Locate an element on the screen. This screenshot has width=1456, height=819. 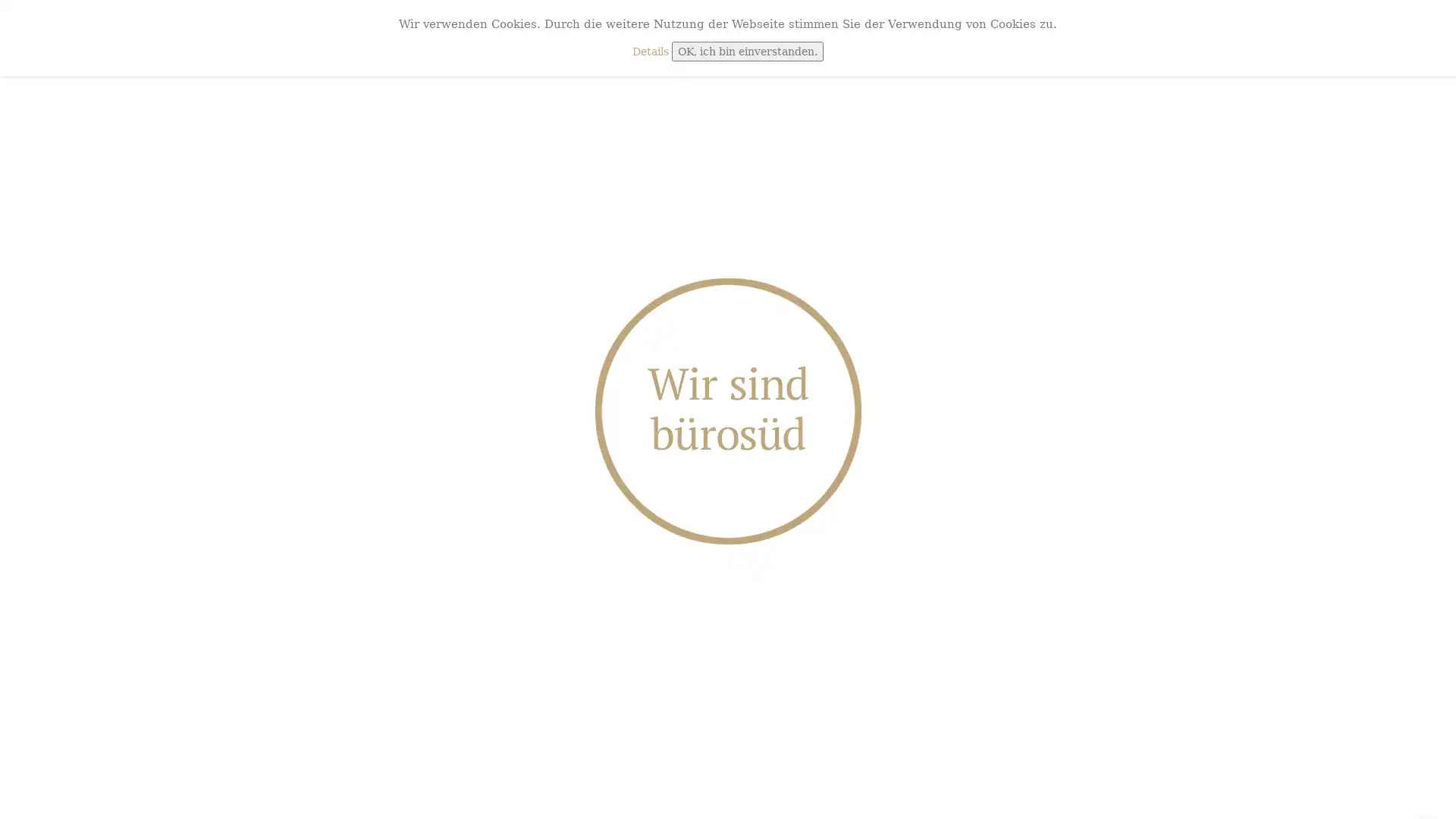
OK, ich bin einverstanden. is located at coordinates (747, 51).